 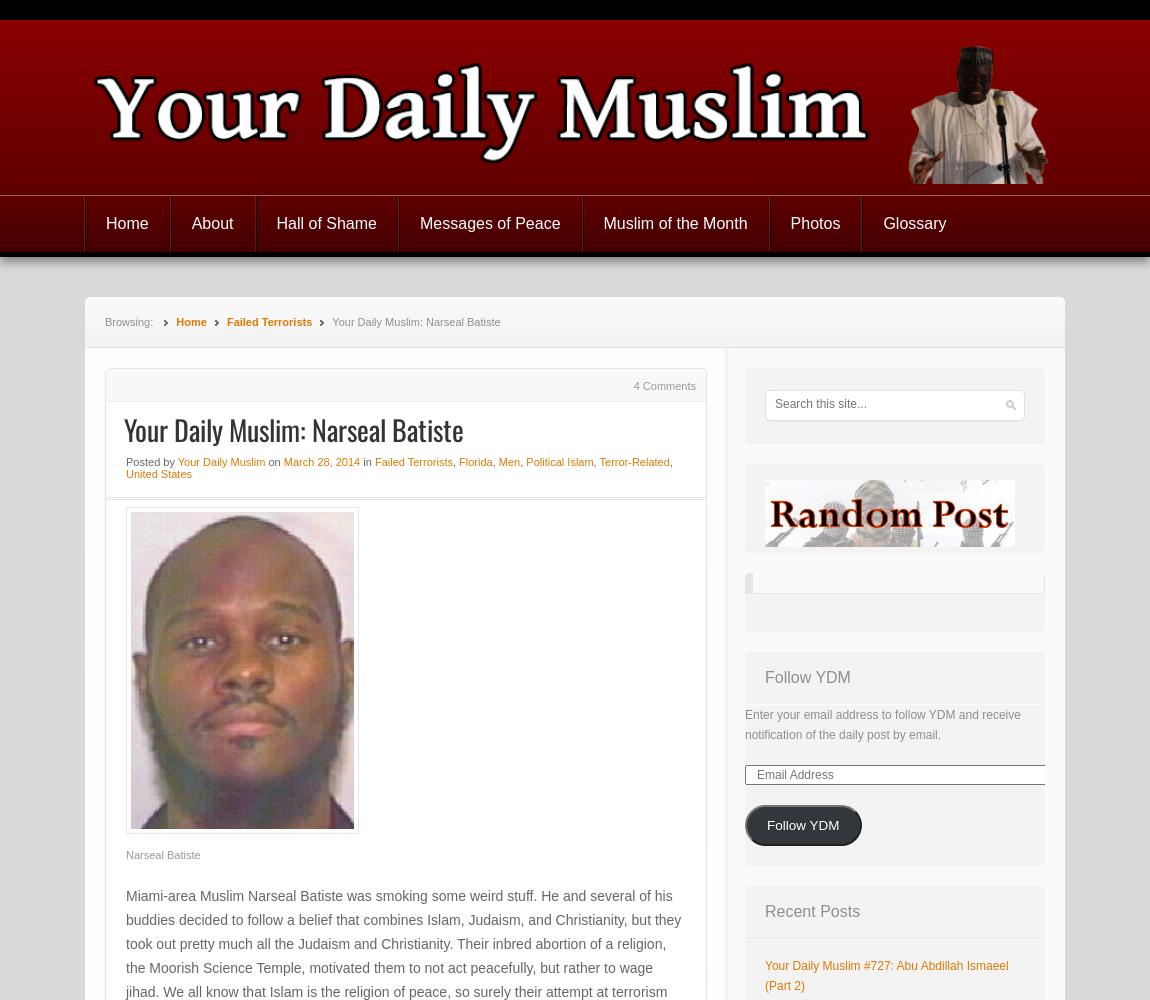 What do you see at coordinates (273, 461) in the screenshot?
I see `'on'` at bounding box center [273, 461].